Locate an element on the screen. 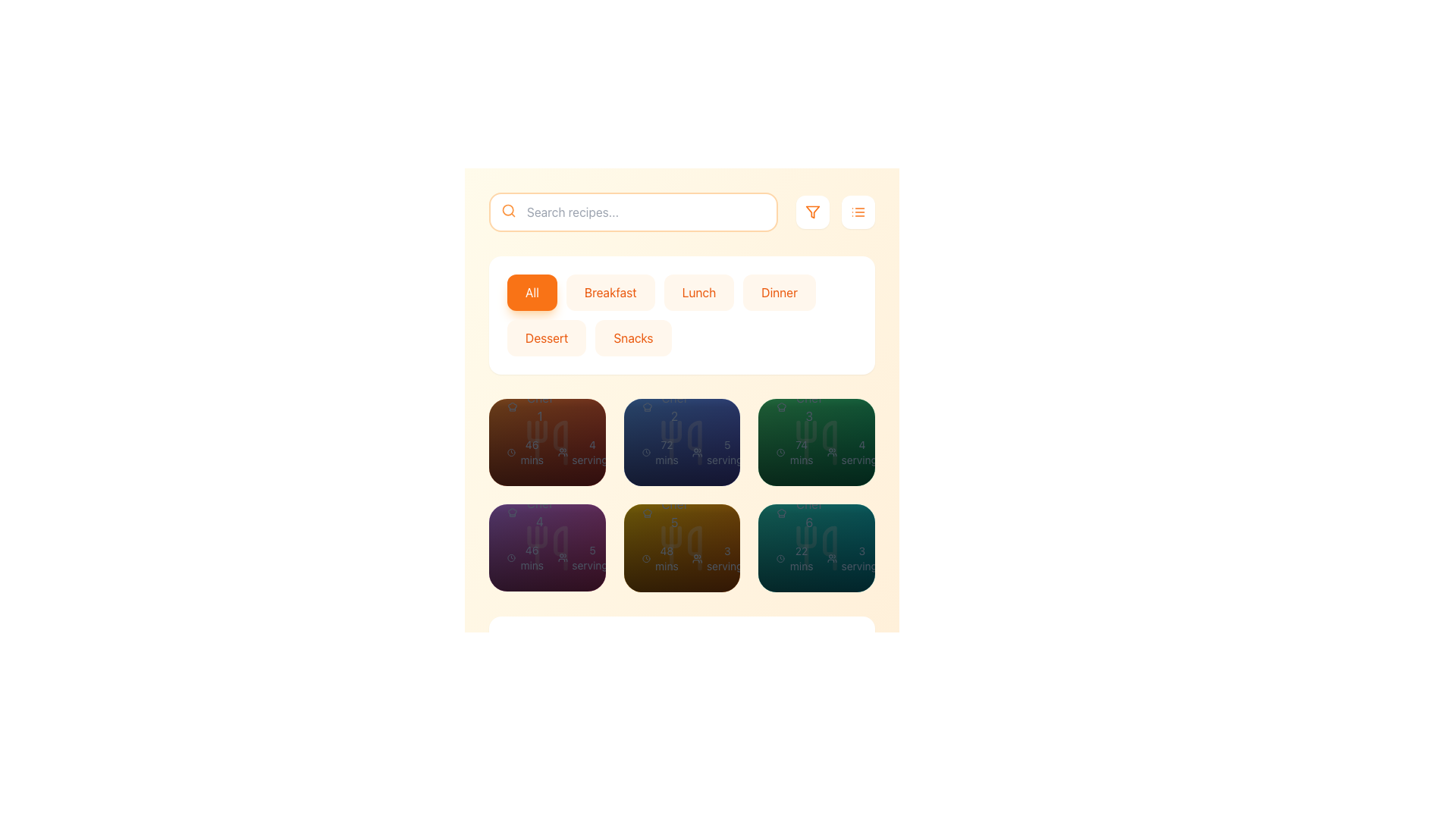  the filtering options button located on the right side of the search input box in the top portion of the interface is located at coordinates (811, 212).